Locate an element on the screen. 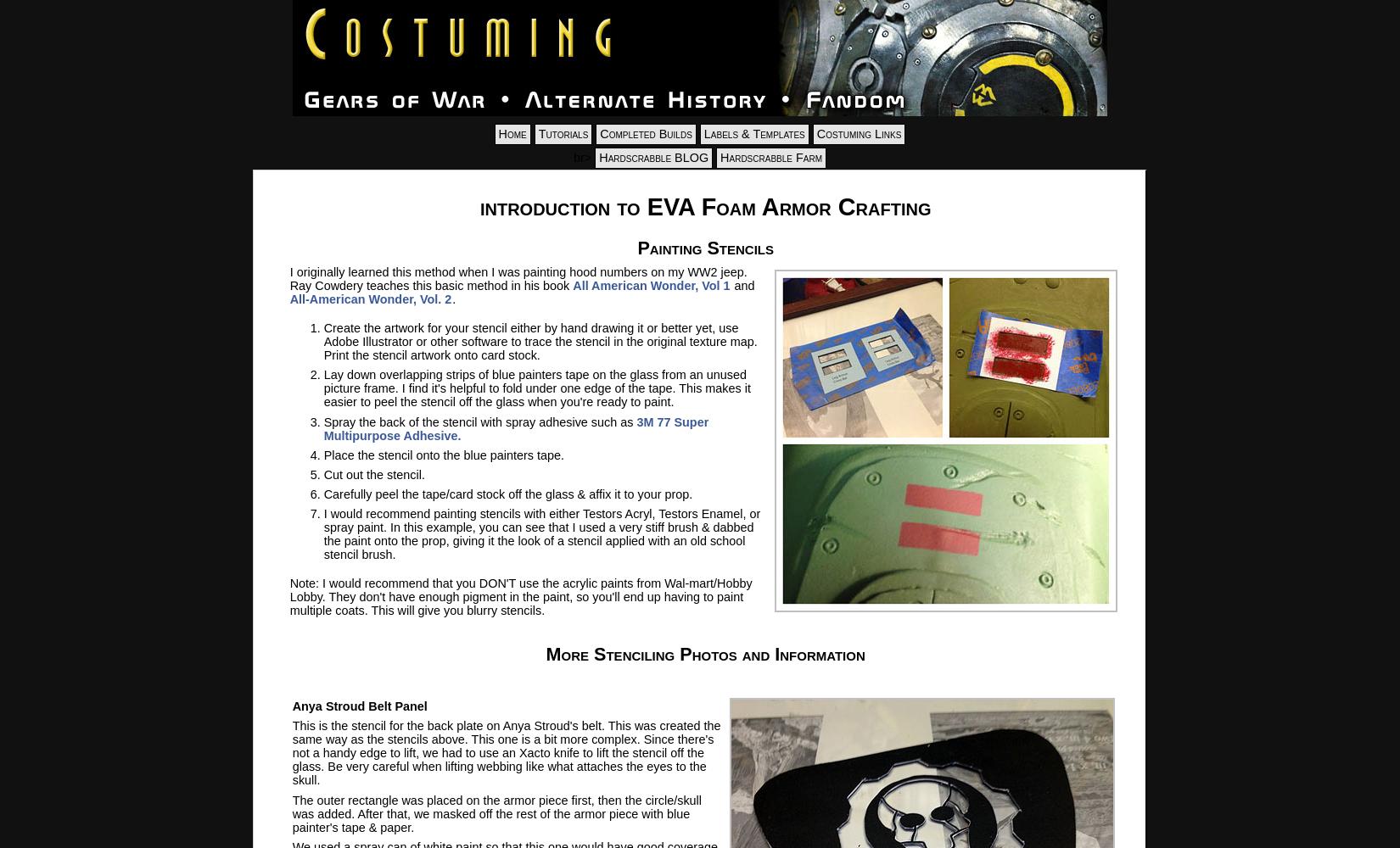 The image size is (1400, 848). 'More Stenciling Photos and Information' is located at coordinates (704, 653).